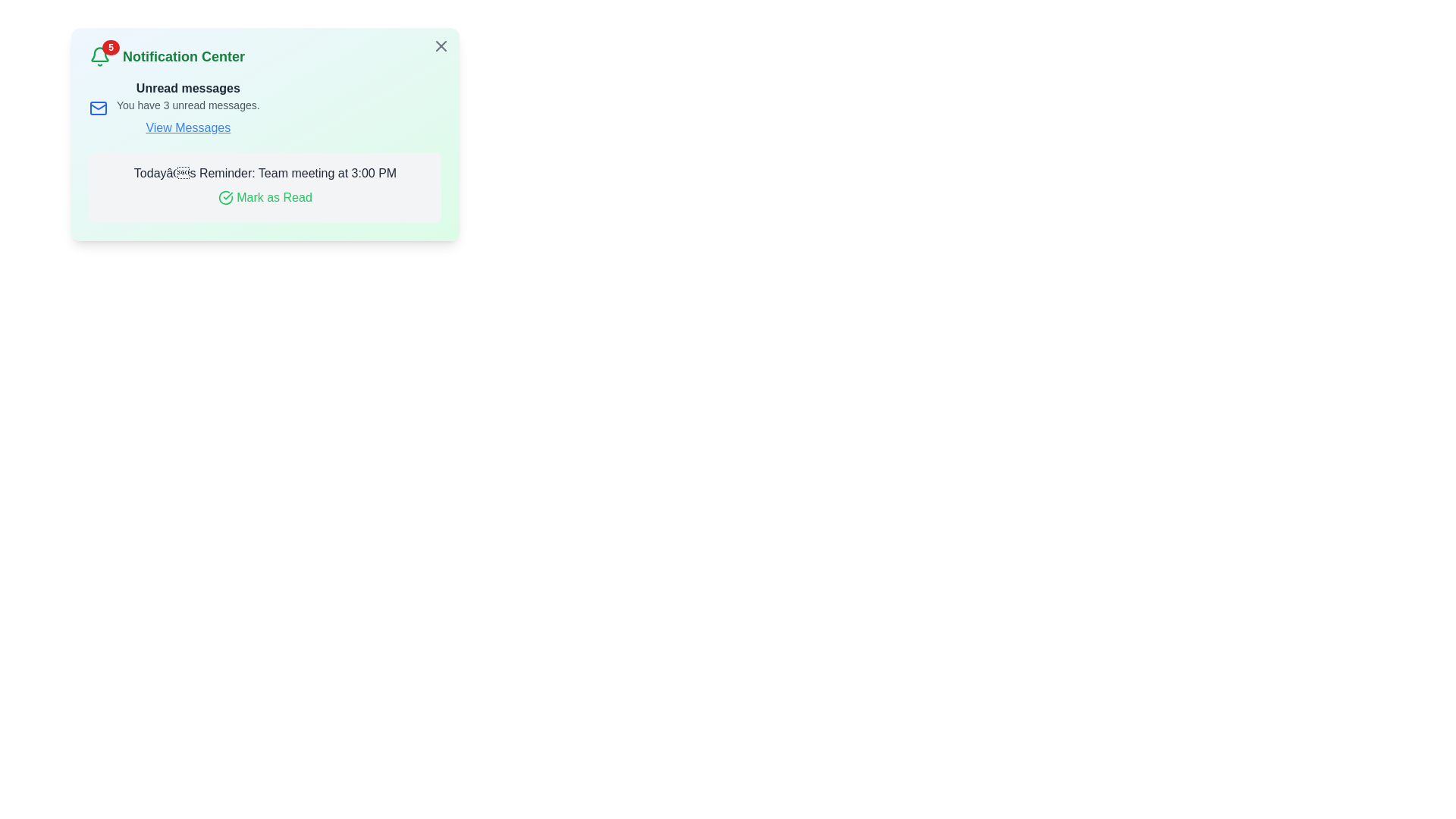 Image resolution: width=1456 pixels, height=819 pixels. Describe the element at coordinates (97, 107) in the screenshot. I see `the envelope icon representing the mail or messaging feature located on the left side of the 'Unread messages' section within the notification card` at that location.